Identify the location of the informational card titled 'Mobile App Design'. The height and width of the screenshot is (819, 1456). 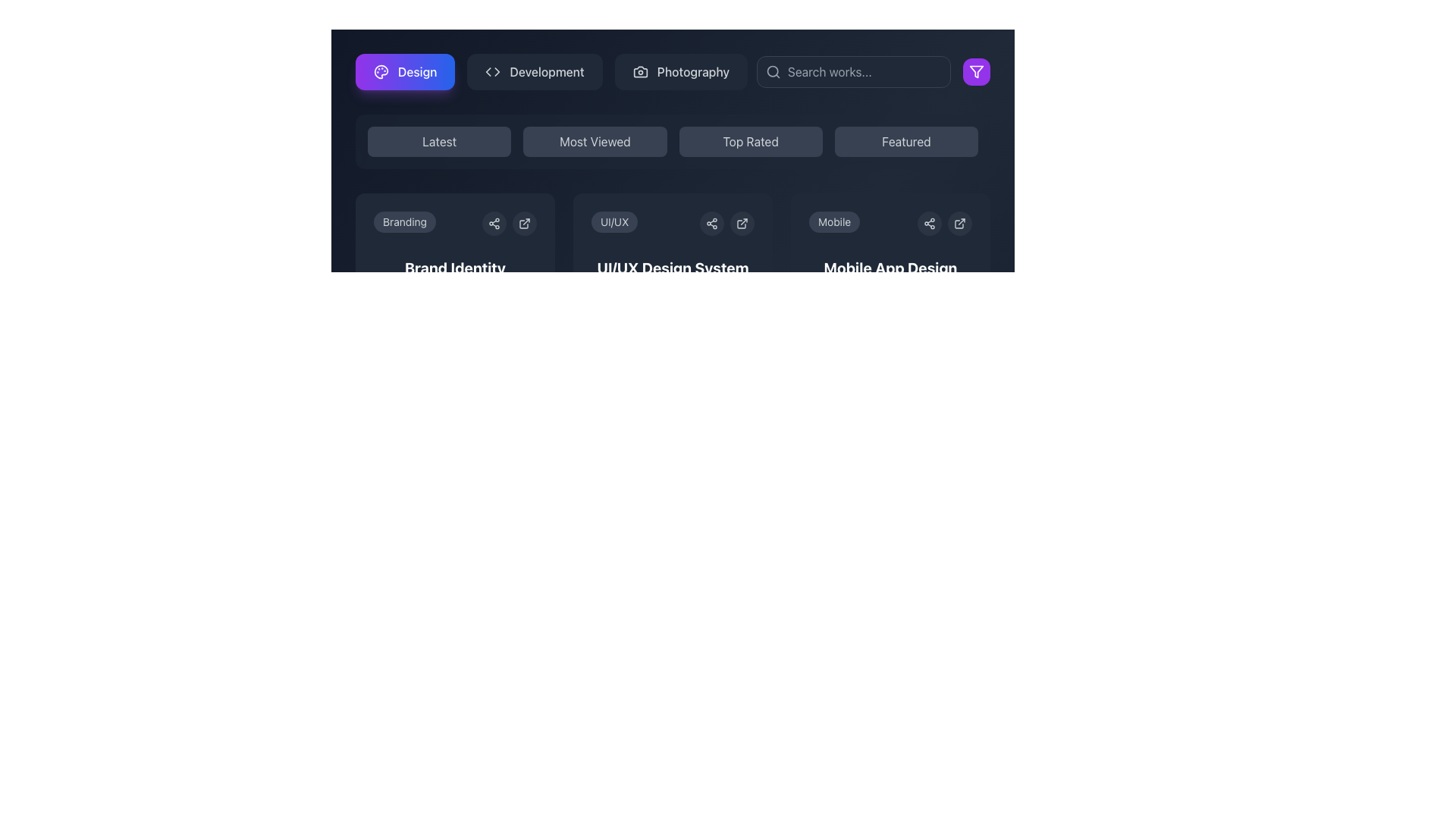
(890, 291).